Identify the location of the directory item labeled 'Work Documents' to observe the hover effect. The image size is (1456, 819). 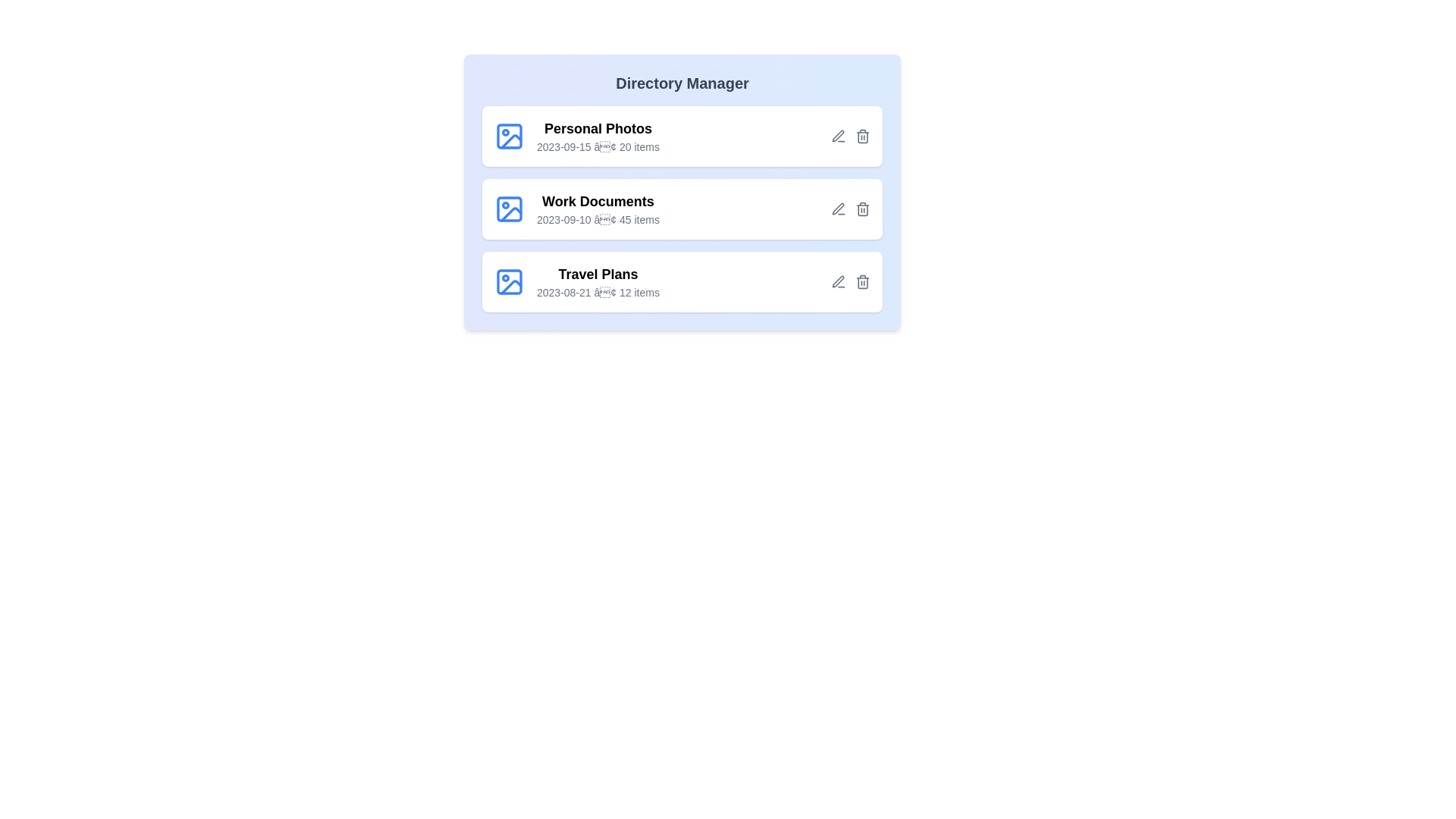
(682, 209).